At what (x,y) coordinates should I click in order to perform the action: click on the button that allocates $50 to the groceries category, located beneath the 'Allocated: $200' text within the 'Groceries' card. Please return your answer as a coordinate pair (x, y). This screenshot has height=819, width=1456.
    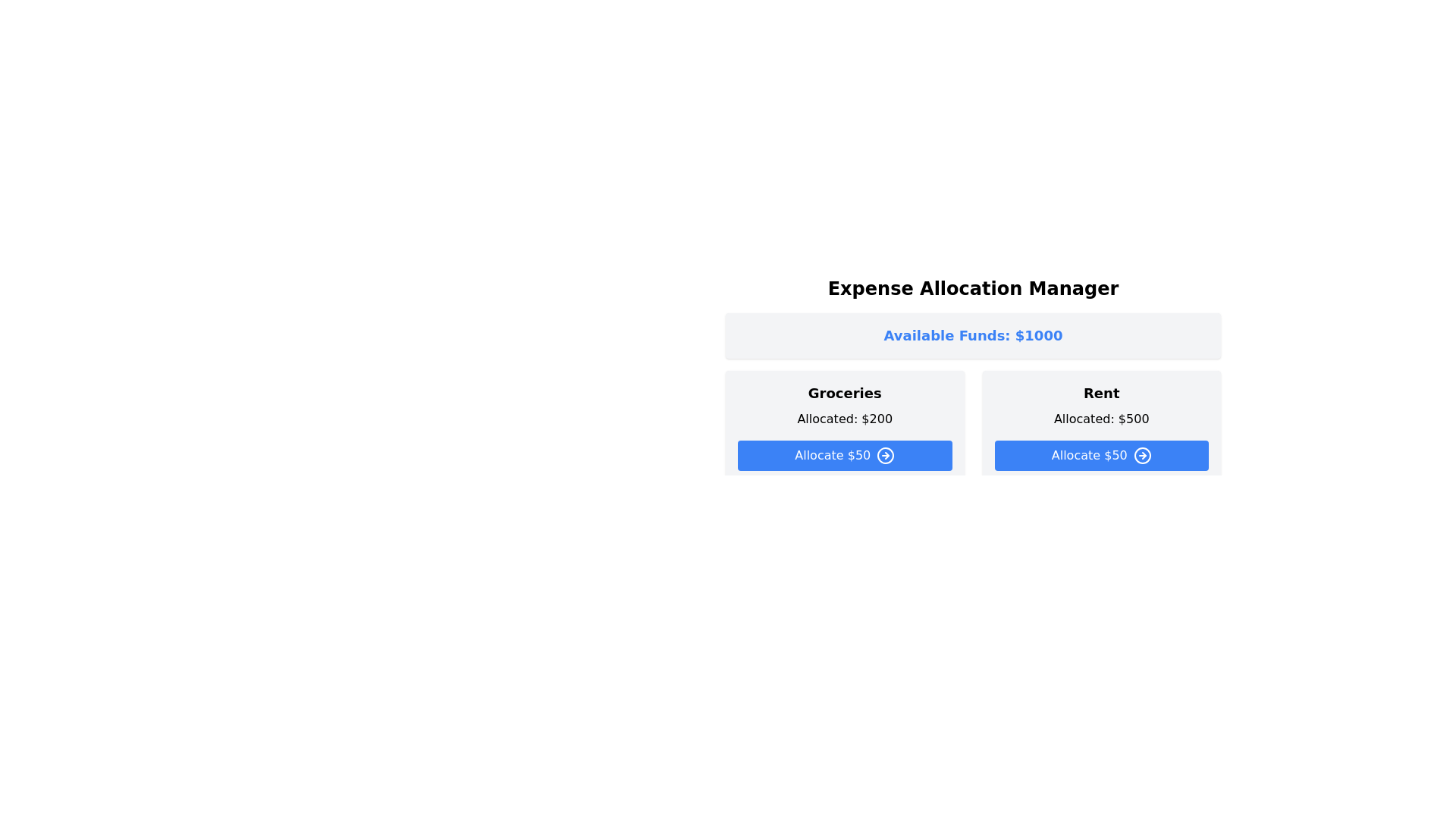
    Looking at the image, I should click on (844, 455).